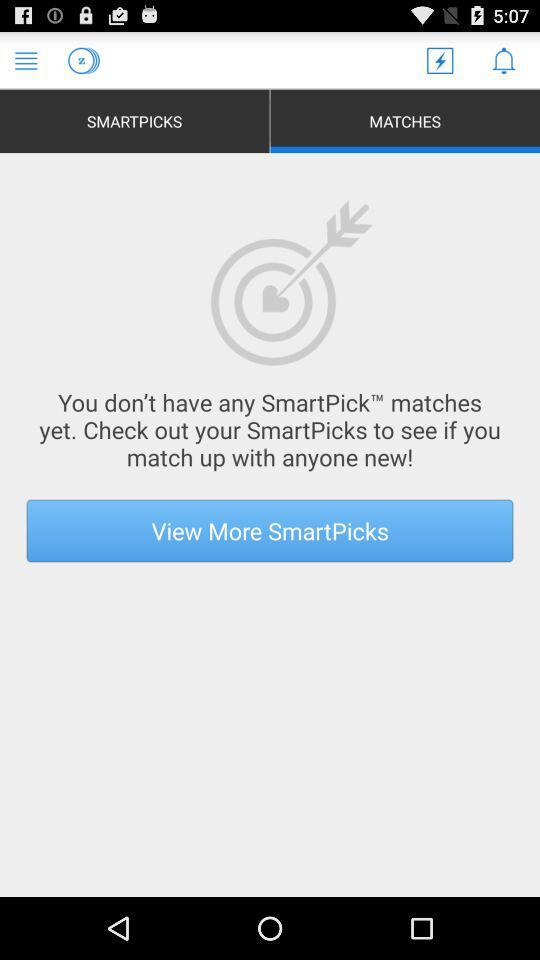 The width and height of the screenshot is (540, 960). What do you see at coordinates (270, 529) in the screenshot?
I see `the view more smartpicks icon` at bounding box center [270, 529].